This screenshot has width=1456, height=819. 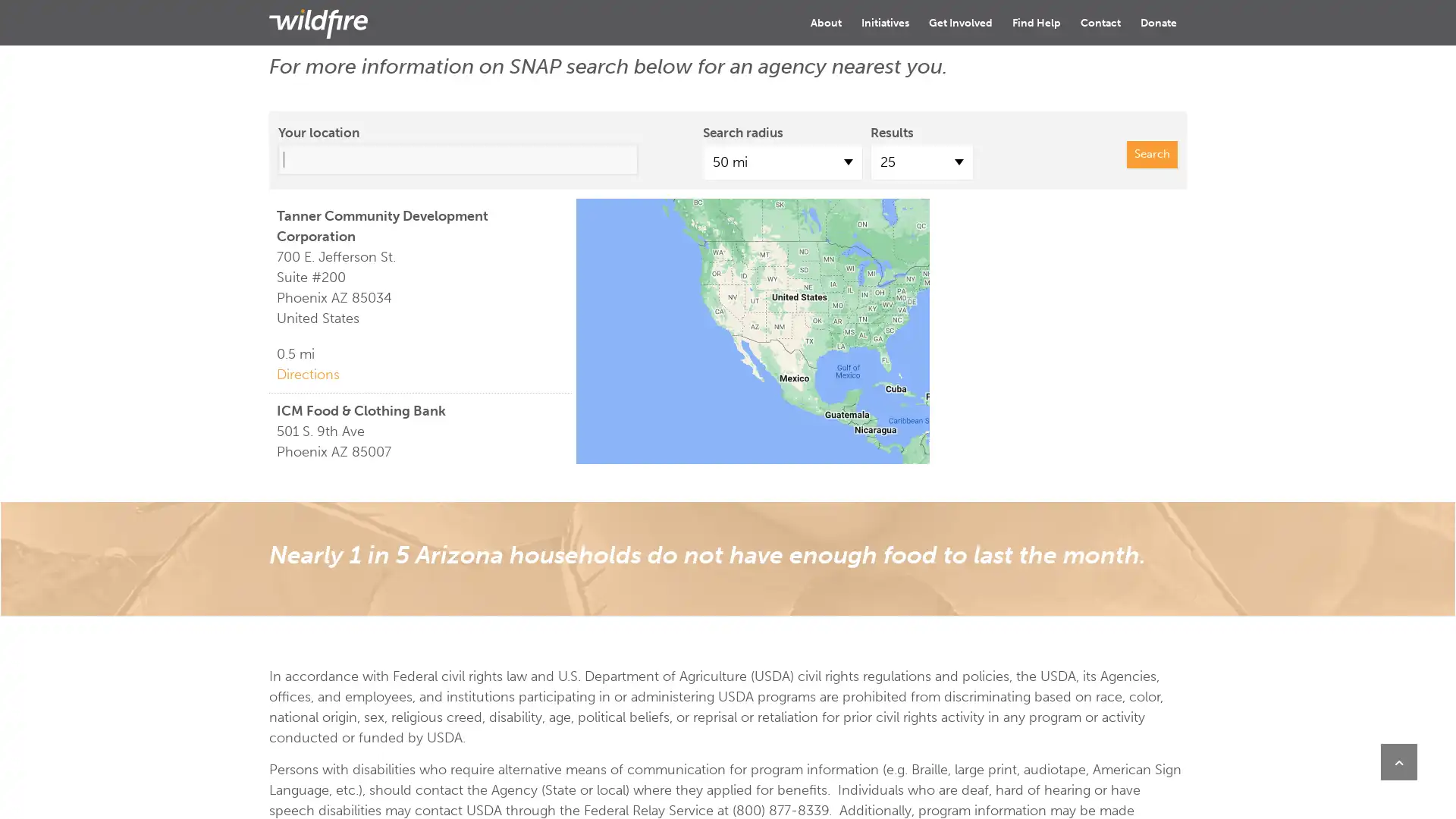 I want to click on TCDC at Grand Families Place, so click(x=892, y=353).